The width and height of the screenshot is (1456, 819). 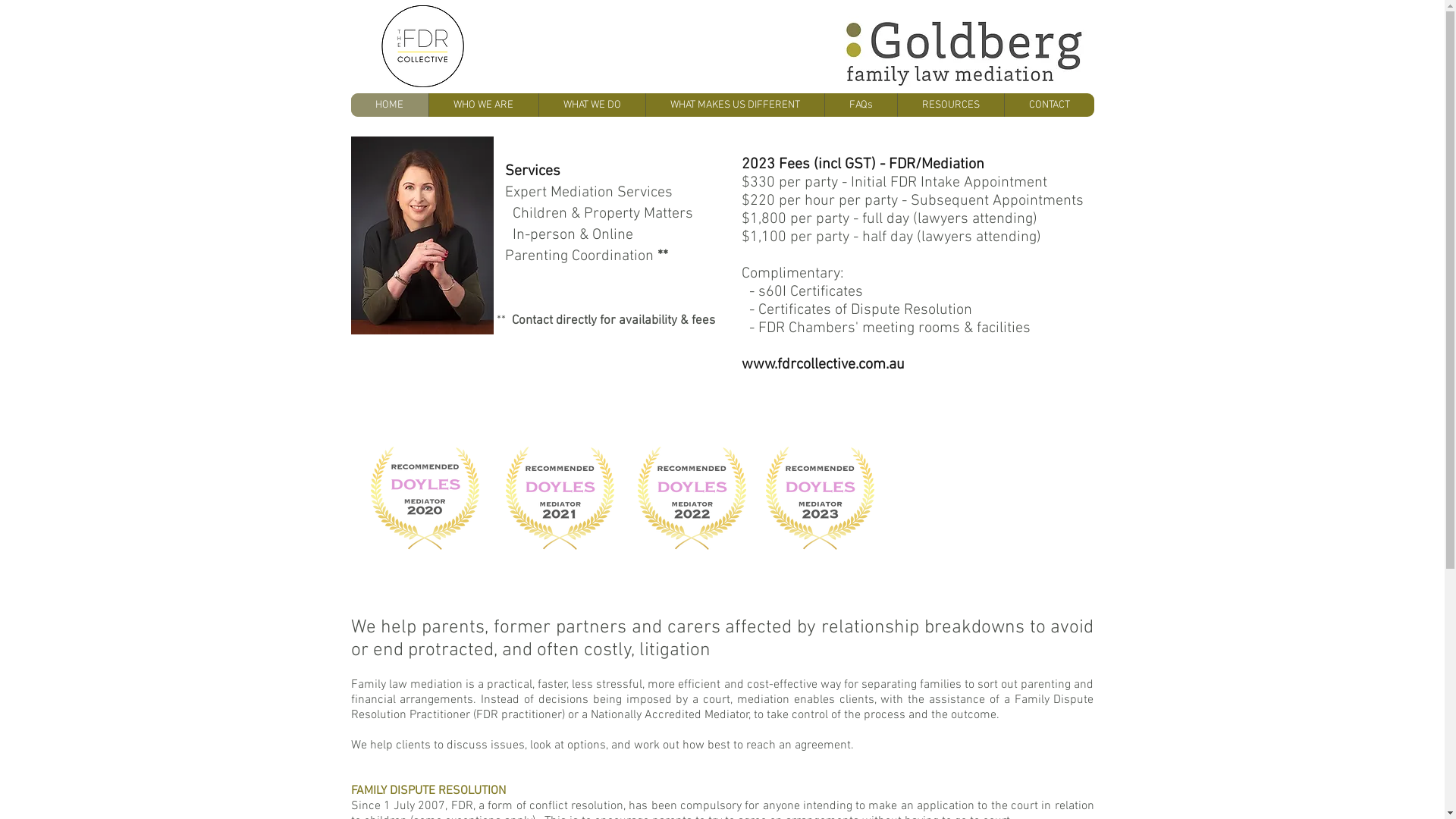 What do you see at coordinates (822, 365) in the screenshot?
I see `'www.fdrcollective.com.au'` at bounding box center [822, 365].